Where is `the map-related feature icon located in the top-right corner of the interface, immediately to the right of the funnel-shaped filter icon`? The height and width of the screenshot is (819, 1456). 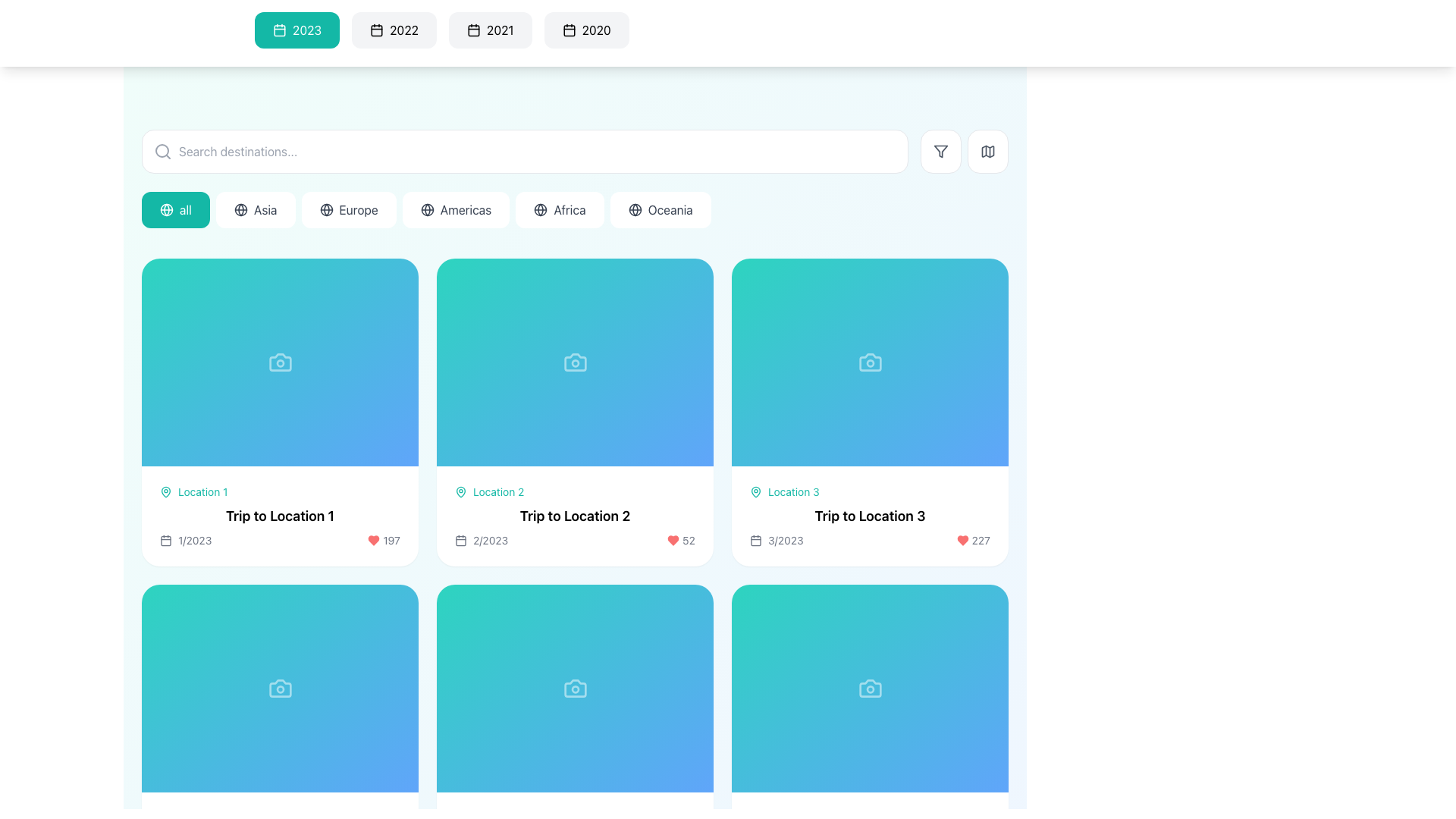
the map-related feature icon located in the top-right corner of the interface, immediately to the right of the funnel-shaped filter icon is located at coordinates (987, 152).